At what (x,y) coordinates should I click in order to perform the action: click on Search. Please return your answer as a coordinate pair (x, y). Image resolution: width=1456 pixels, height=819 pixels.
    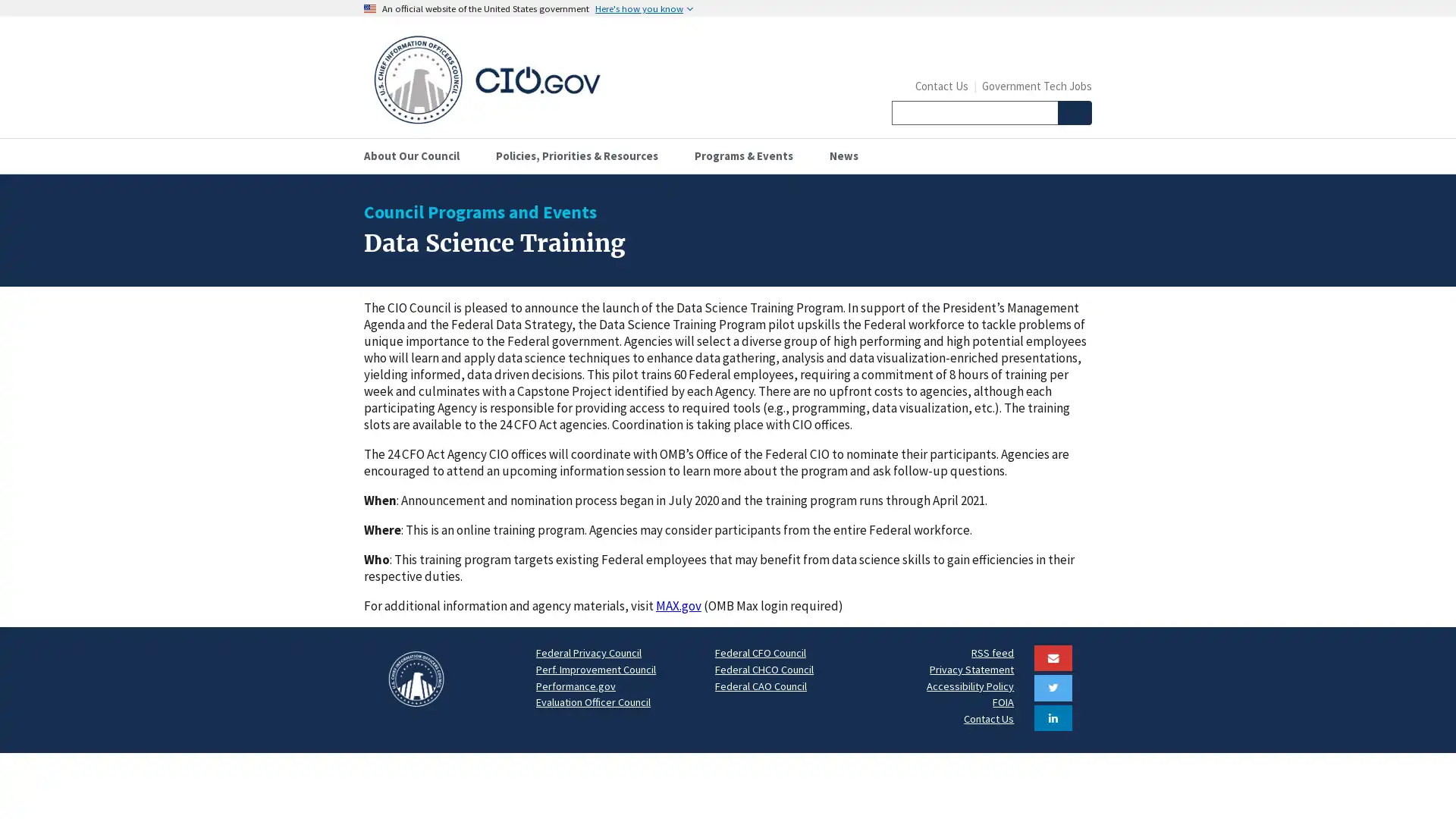
    Looking at the image, I should click on (1073, 112).